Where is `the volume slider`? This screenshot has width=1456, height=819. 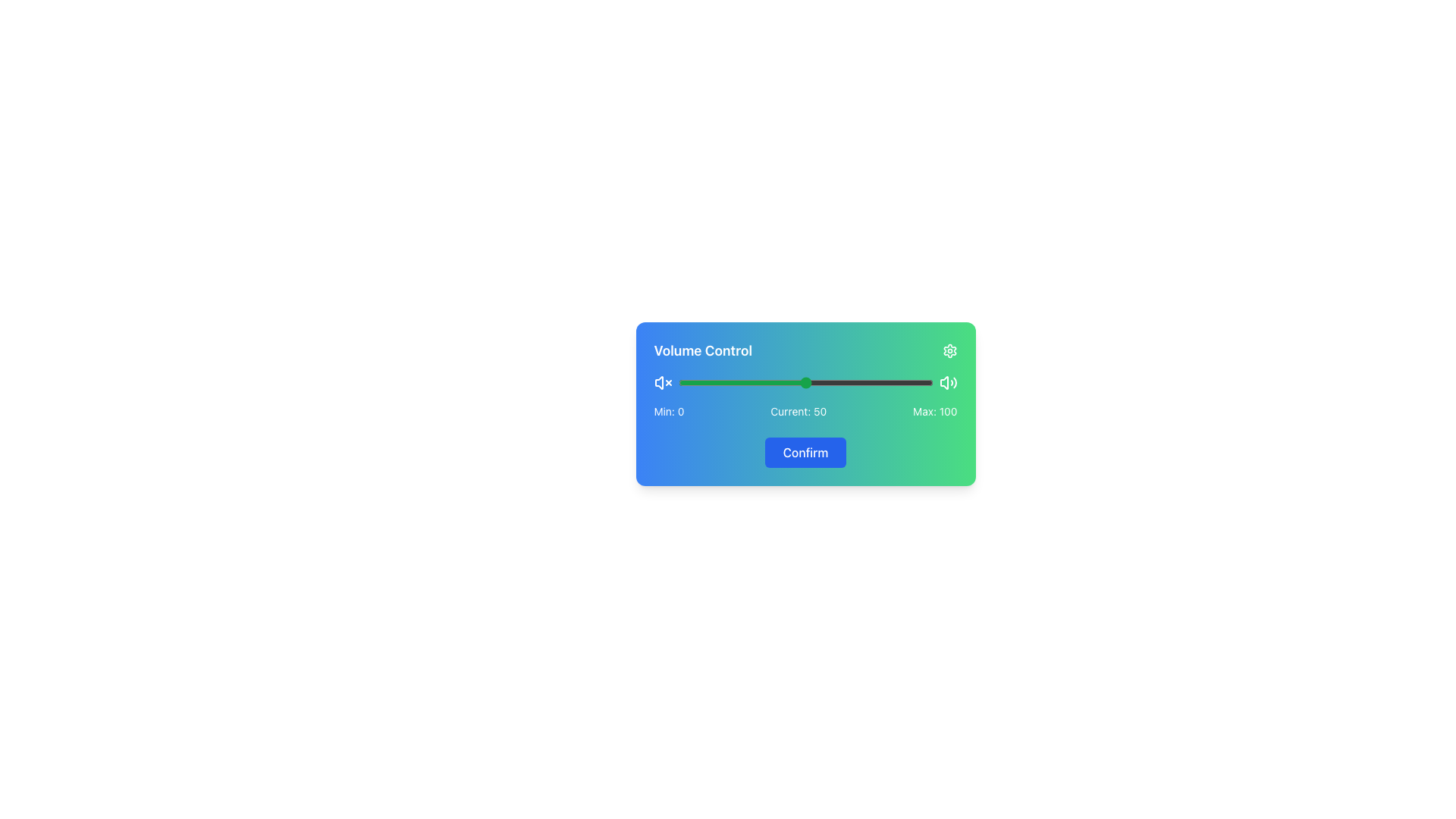 the volume slider is located at coordinates (731, 382).